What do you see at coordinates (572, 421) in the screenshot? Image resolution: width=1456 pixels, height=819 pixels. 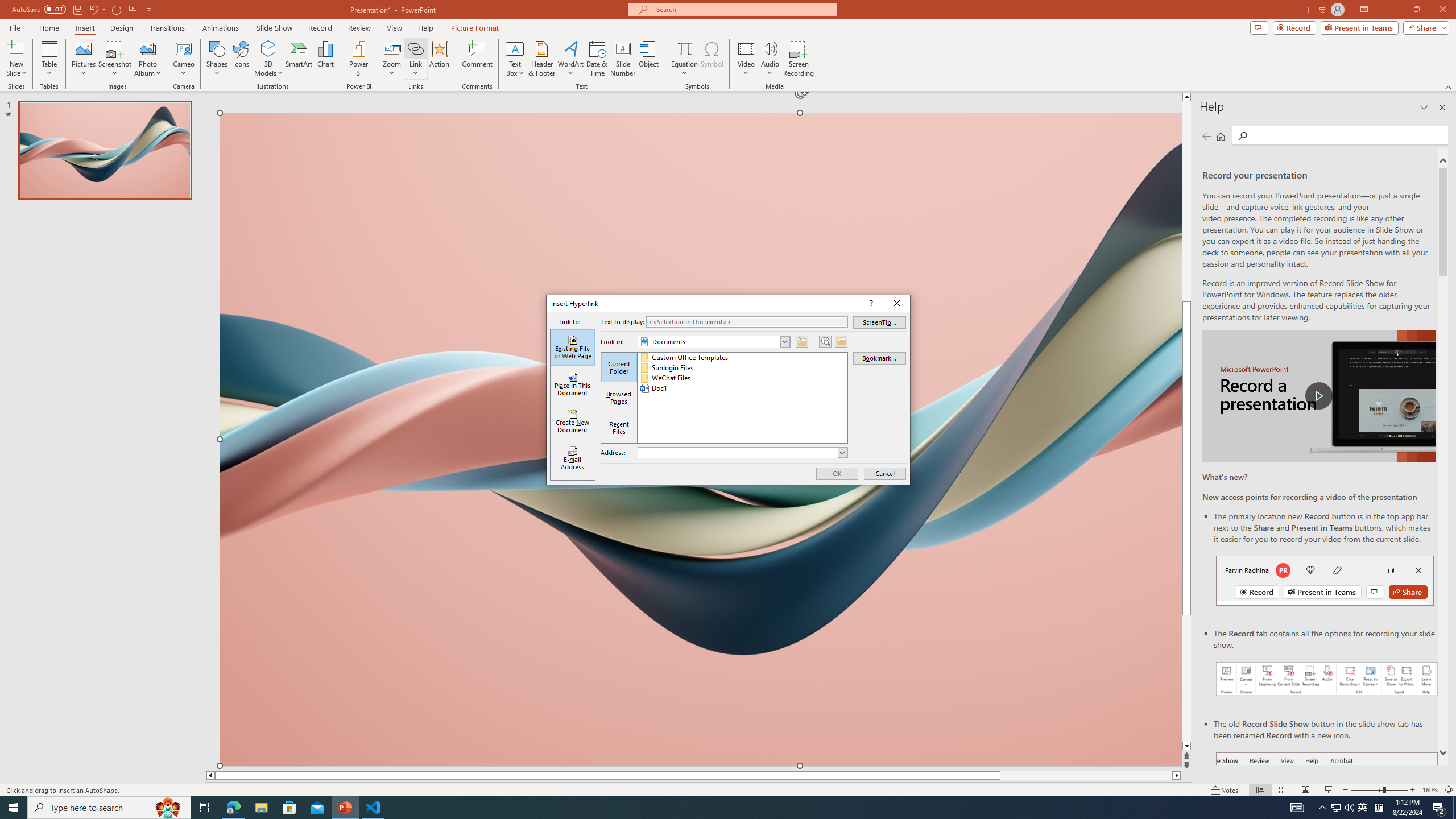 I see `'Create New Document'` at bounding box center [572, 421].